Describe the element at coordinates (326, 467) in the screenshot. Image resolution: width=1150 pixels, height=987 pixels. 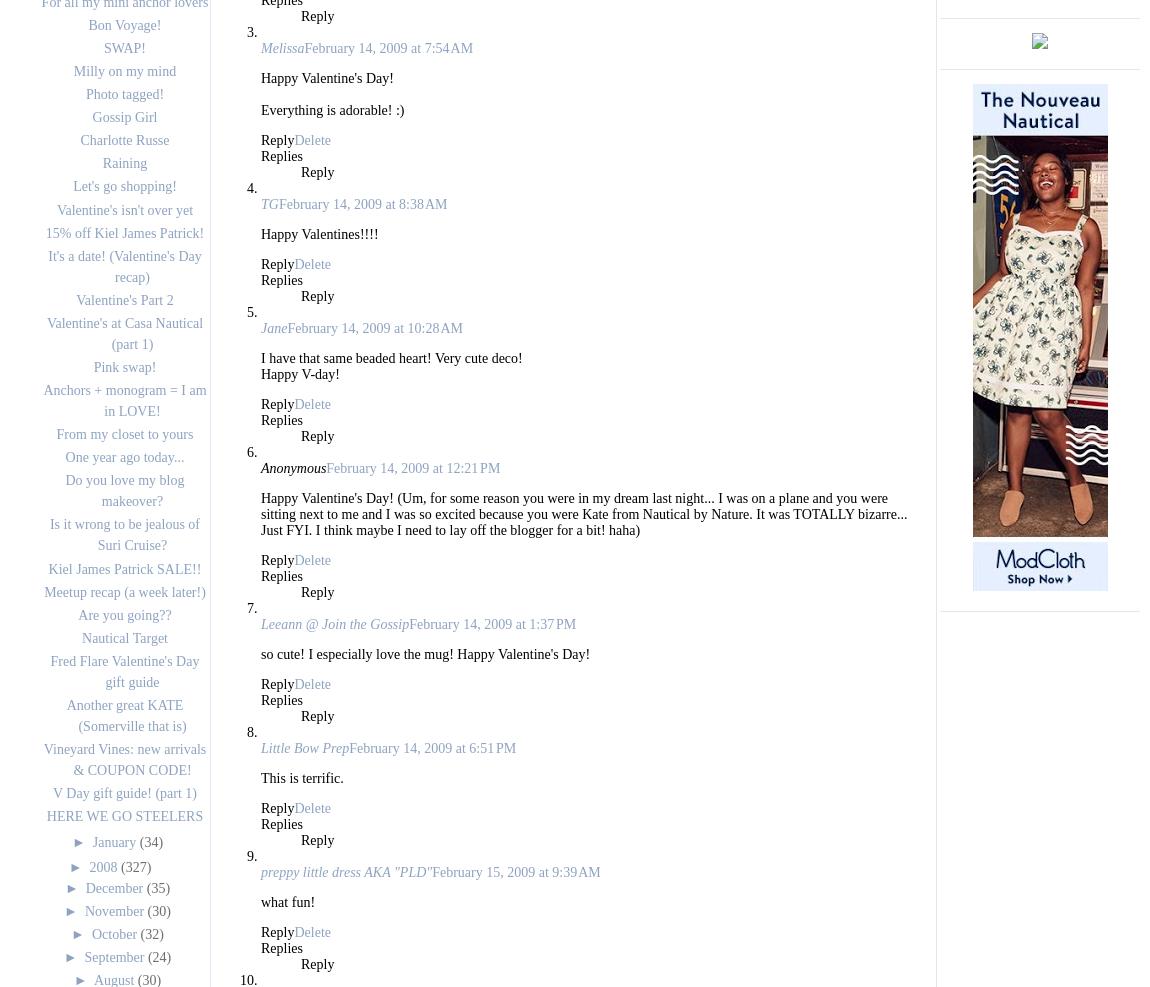
I see `'February 14, 2009 at 12:21 PM'` at that location.